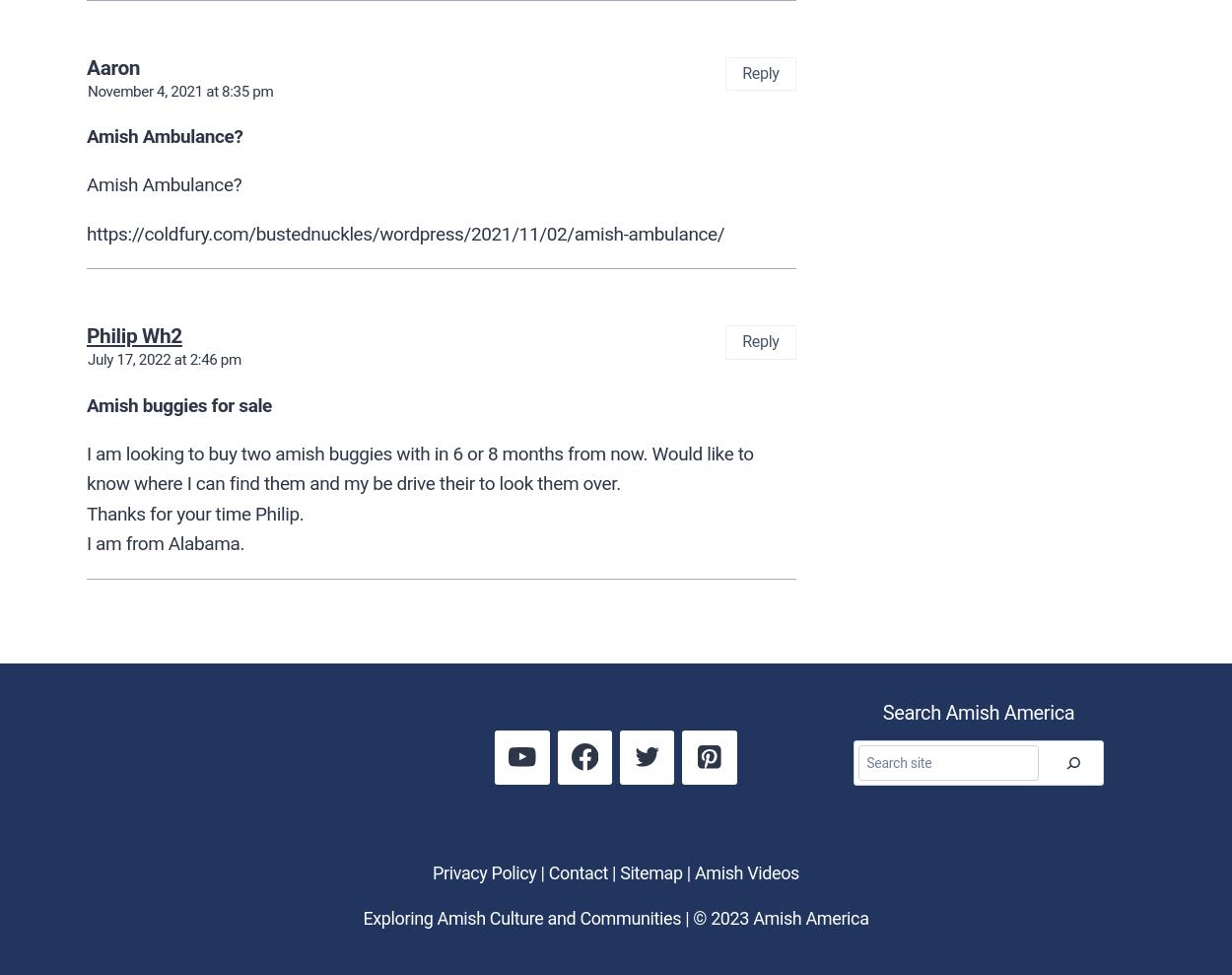  What do you see at coordinates (548, 871) in the screenshot?
I see `'Contact'` at bounding box center [548, 871].